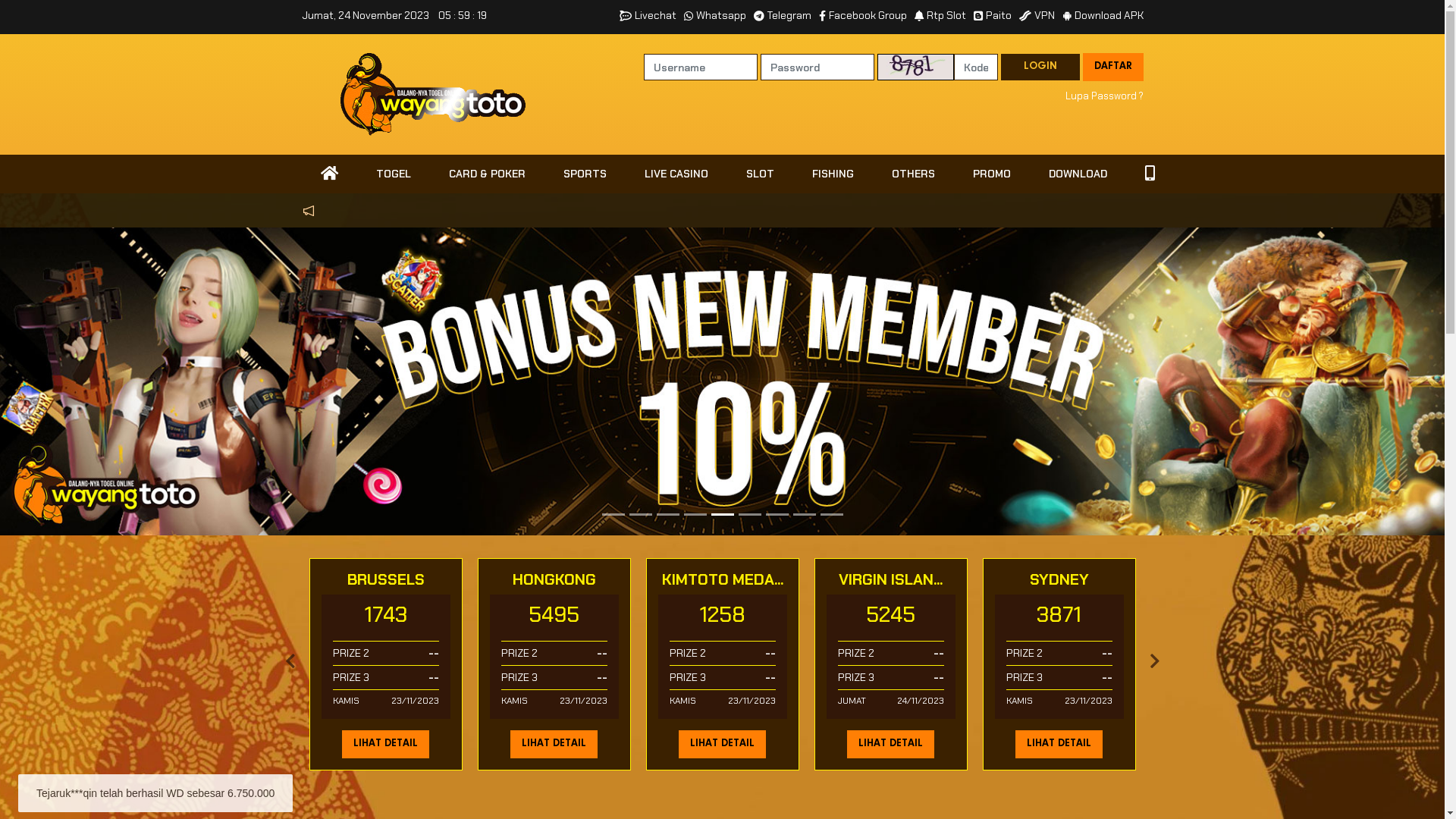 The height and width of the screenshot is (819, 1456). Describe the element at coordinates (991, 173) in the screenshot. I see `'PROMO'` at that location.